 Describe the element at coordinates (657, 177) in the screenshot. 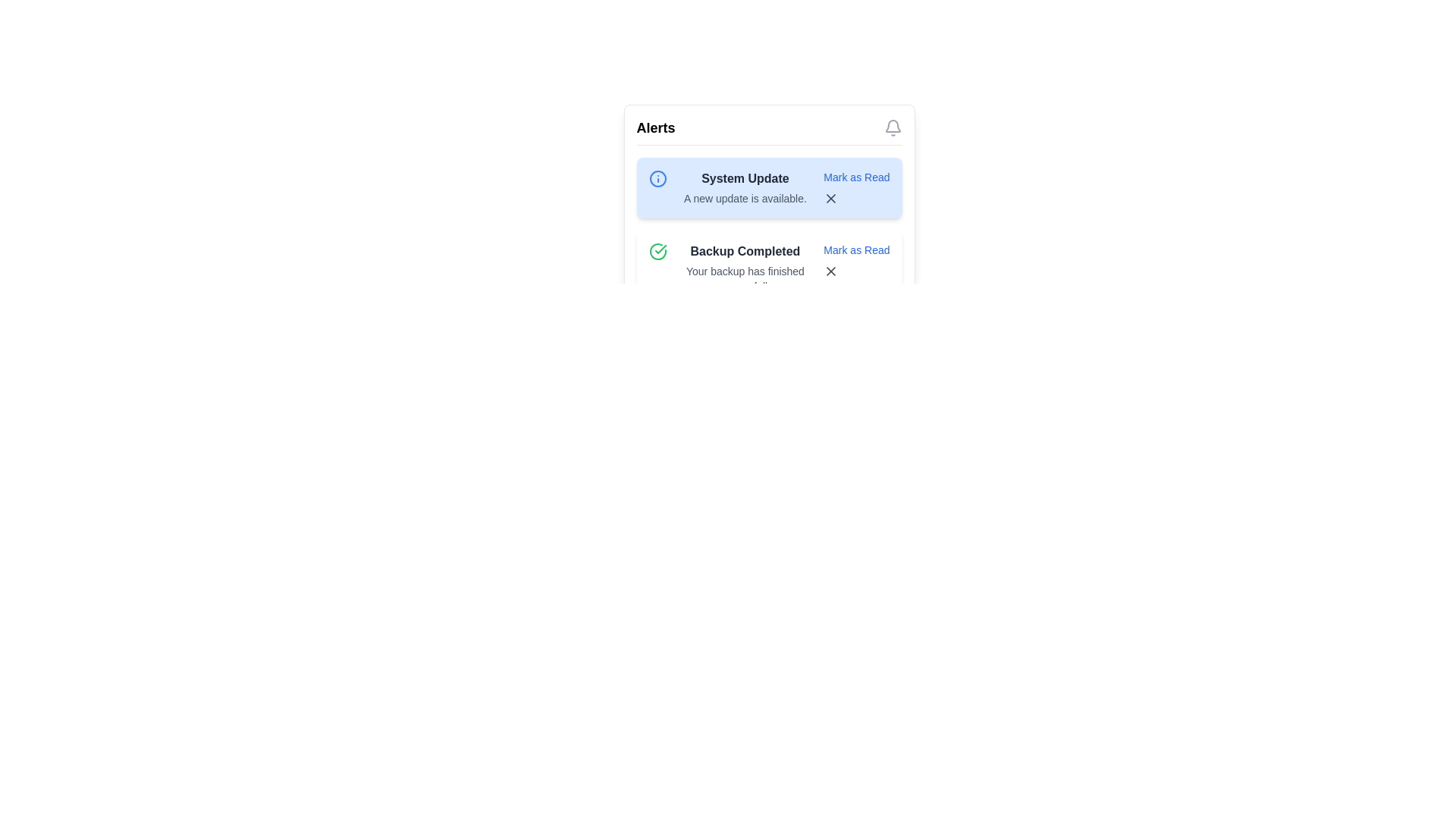

I see `the notification icon indicating an informational update in the 'System Update' section of the 'Alerts' area` at that location.